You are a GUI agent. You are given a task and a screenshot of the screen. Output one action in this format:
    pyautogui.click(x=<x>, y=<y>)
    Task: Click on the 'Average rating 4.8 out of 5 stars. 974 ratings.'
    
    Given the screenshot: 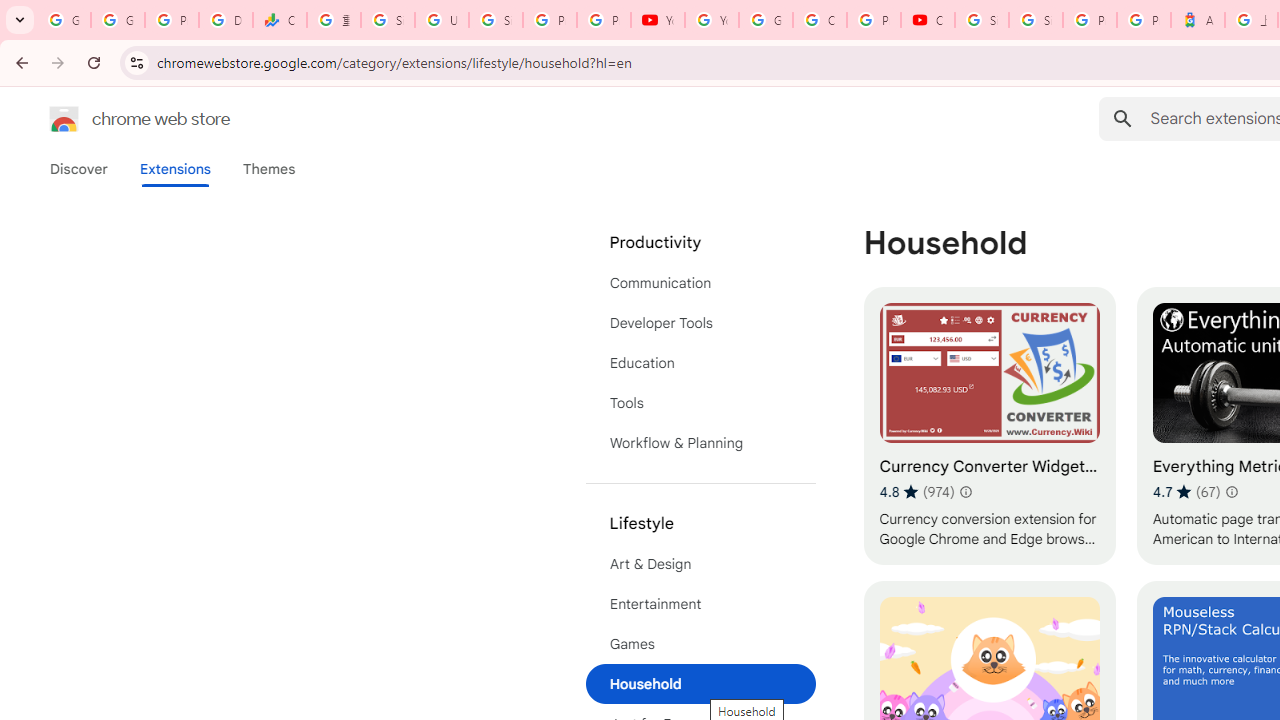 What is the action you would take?
    pyautogui.click(x=916, y=491)
    